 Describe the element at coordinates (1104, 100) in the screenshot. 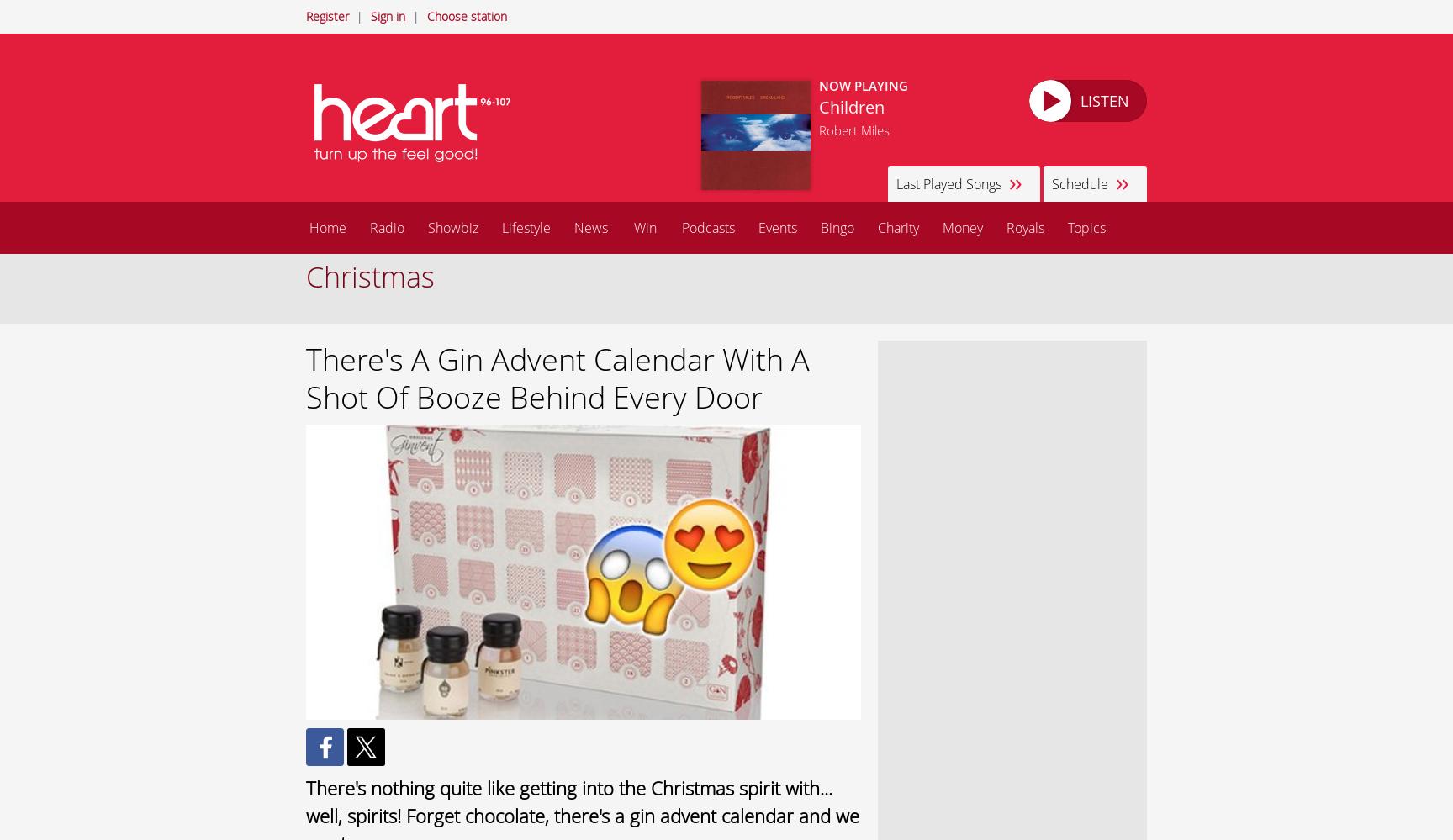

I see `'Listen'` at that location.